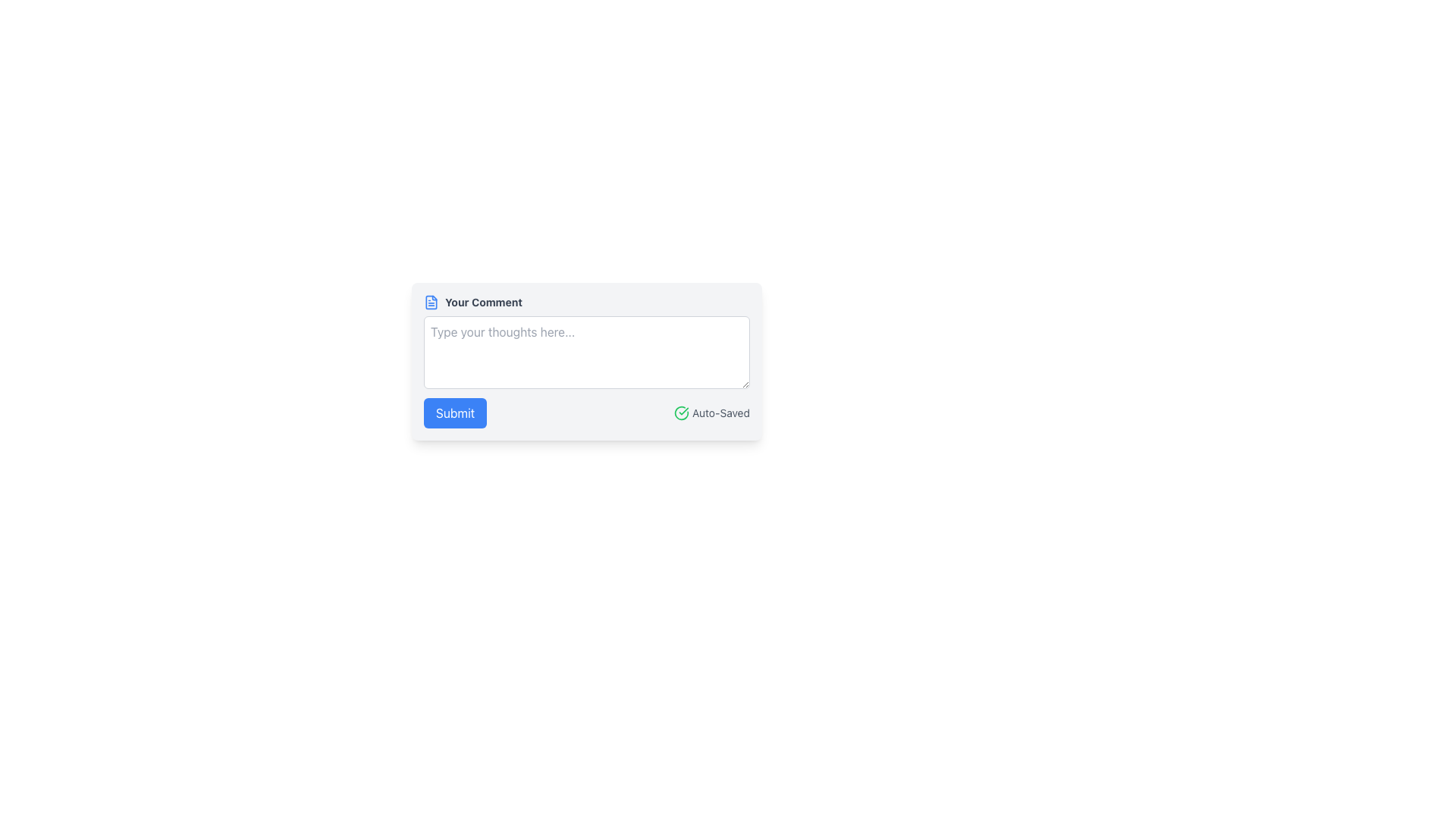 The image size is (1456, 819). I want to click on the label element that serves as a heading for the text input field, located above the input field and adjacent to an icon, so click(483, 302).